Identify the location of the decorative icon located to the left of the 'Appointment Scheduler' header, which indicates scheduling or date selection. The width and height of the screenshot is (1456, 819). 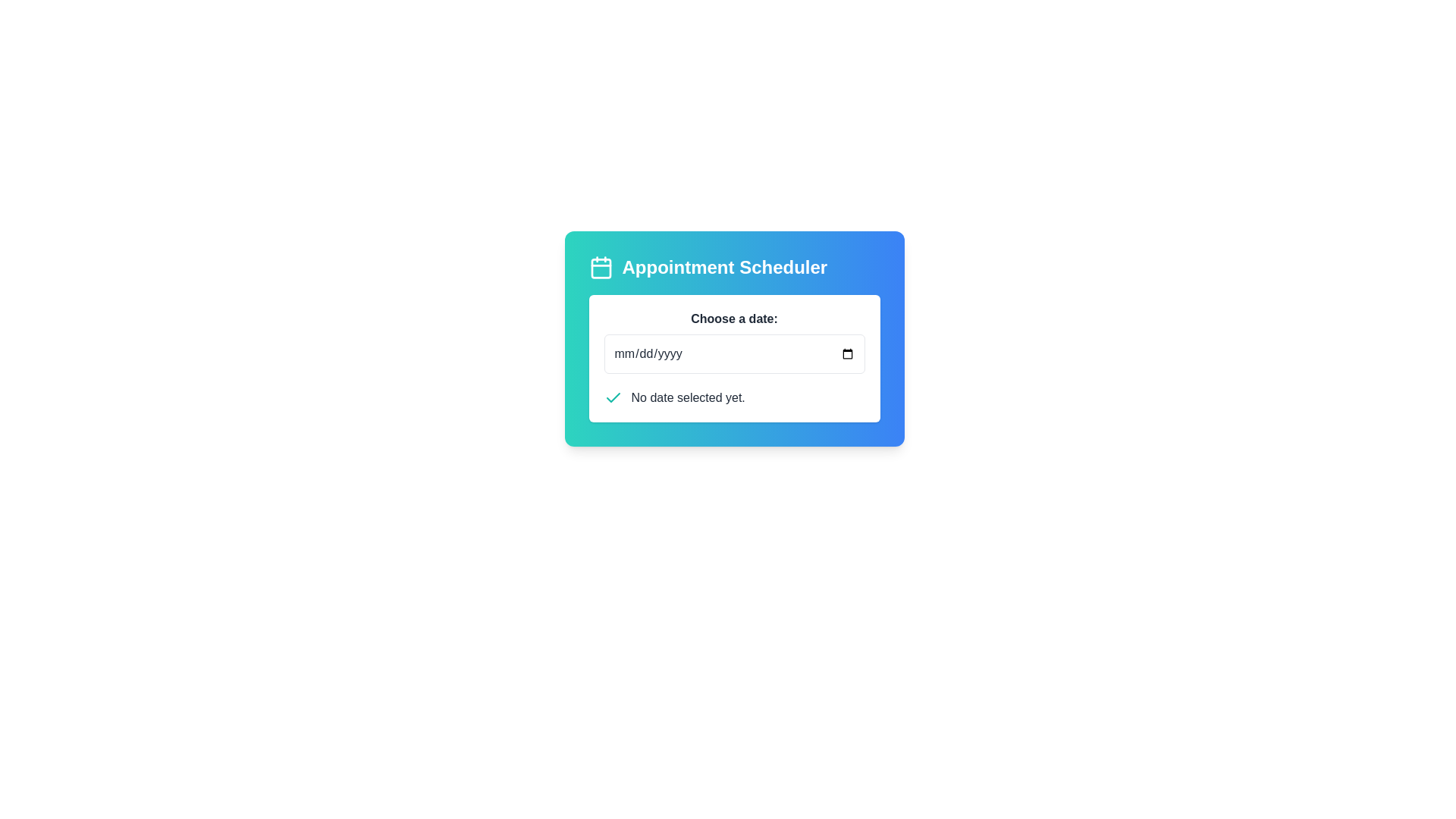
(600, 267).